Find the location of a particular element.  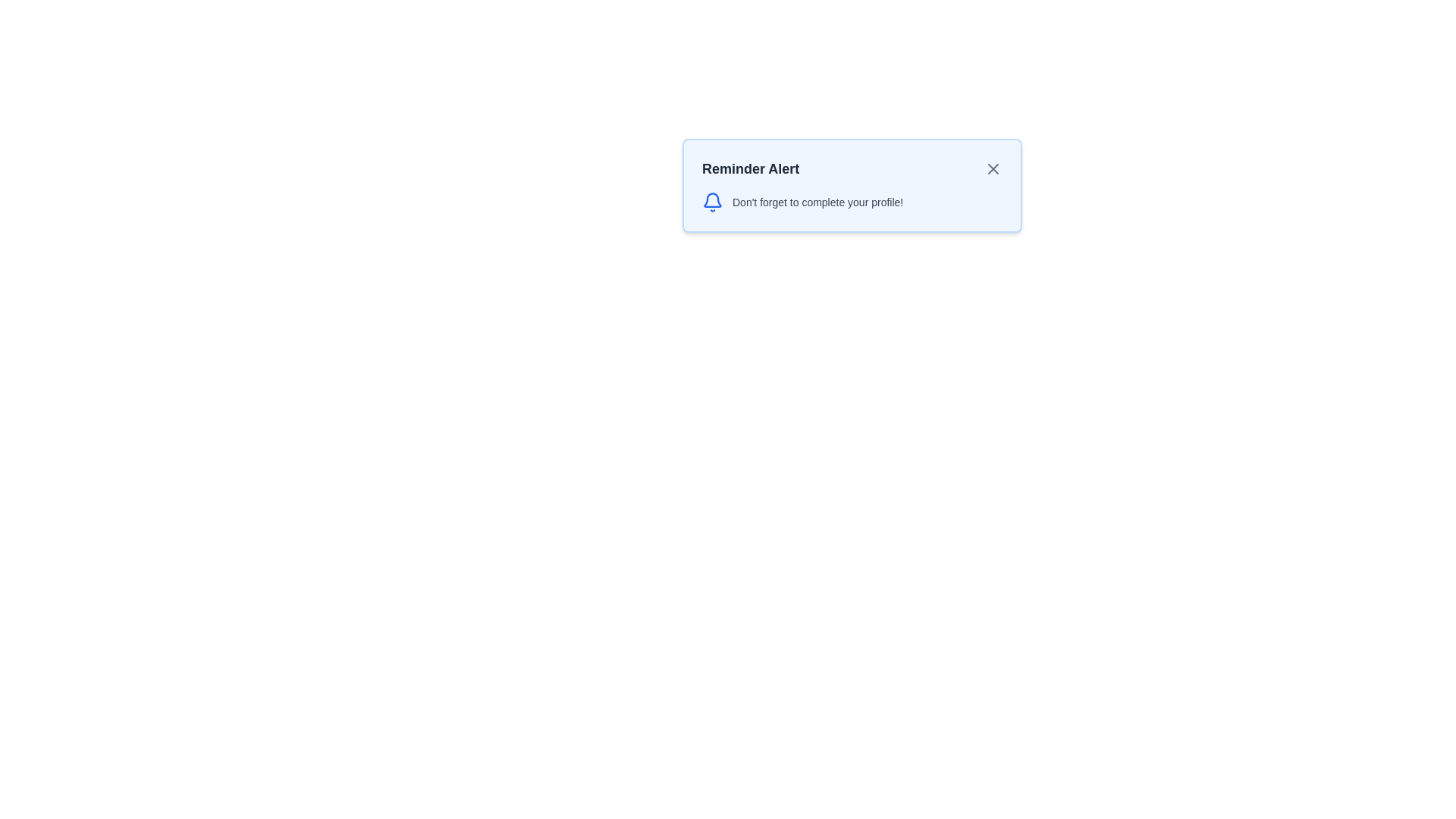

the small 'X' icon button in the top-right corner of the blue notification box is located at coordinates (993, 169).